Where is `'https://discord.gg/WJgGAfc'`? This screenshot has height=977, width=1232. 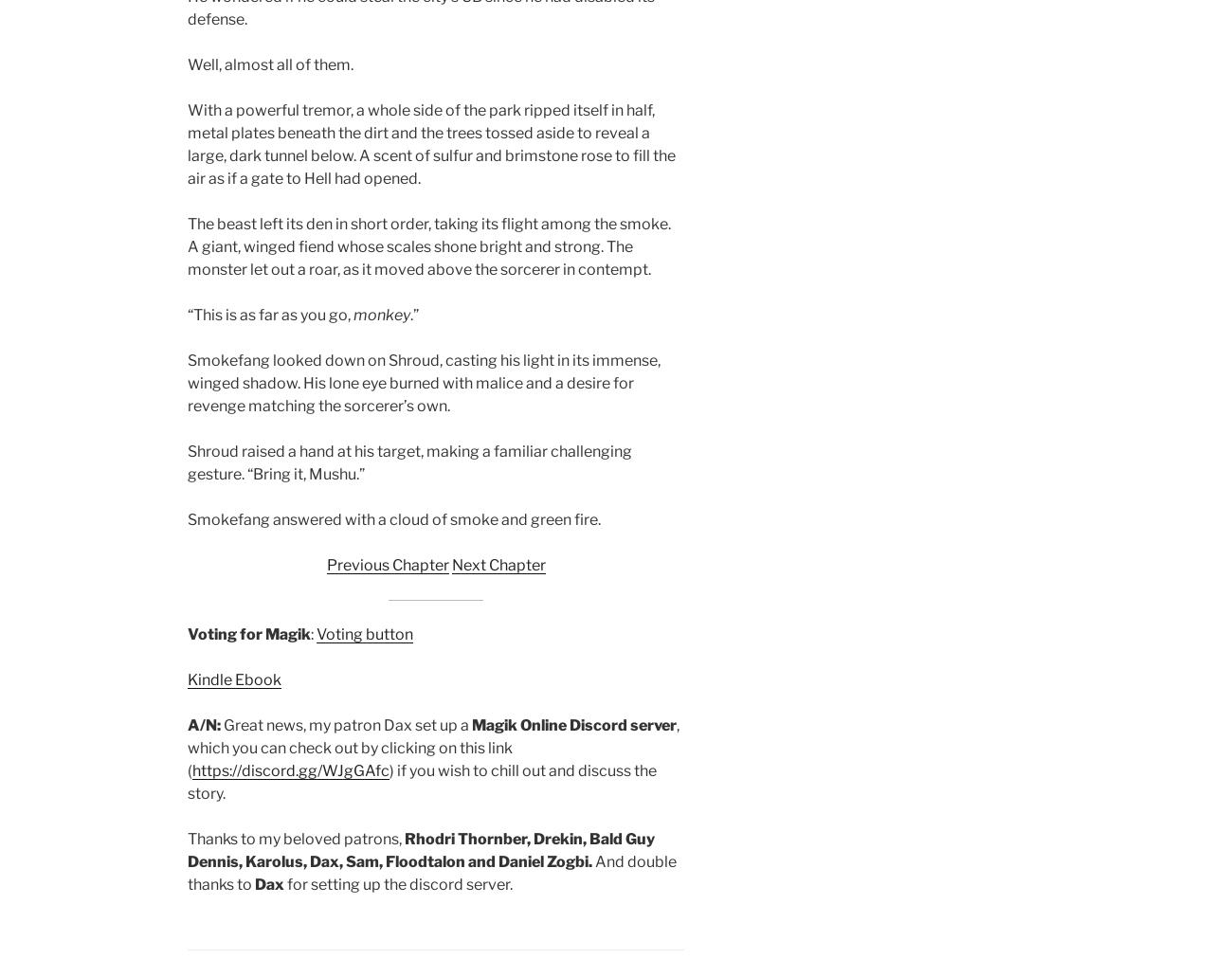 'https://discord.gg/WJgGAfc' is located at coordinates (291, 769).